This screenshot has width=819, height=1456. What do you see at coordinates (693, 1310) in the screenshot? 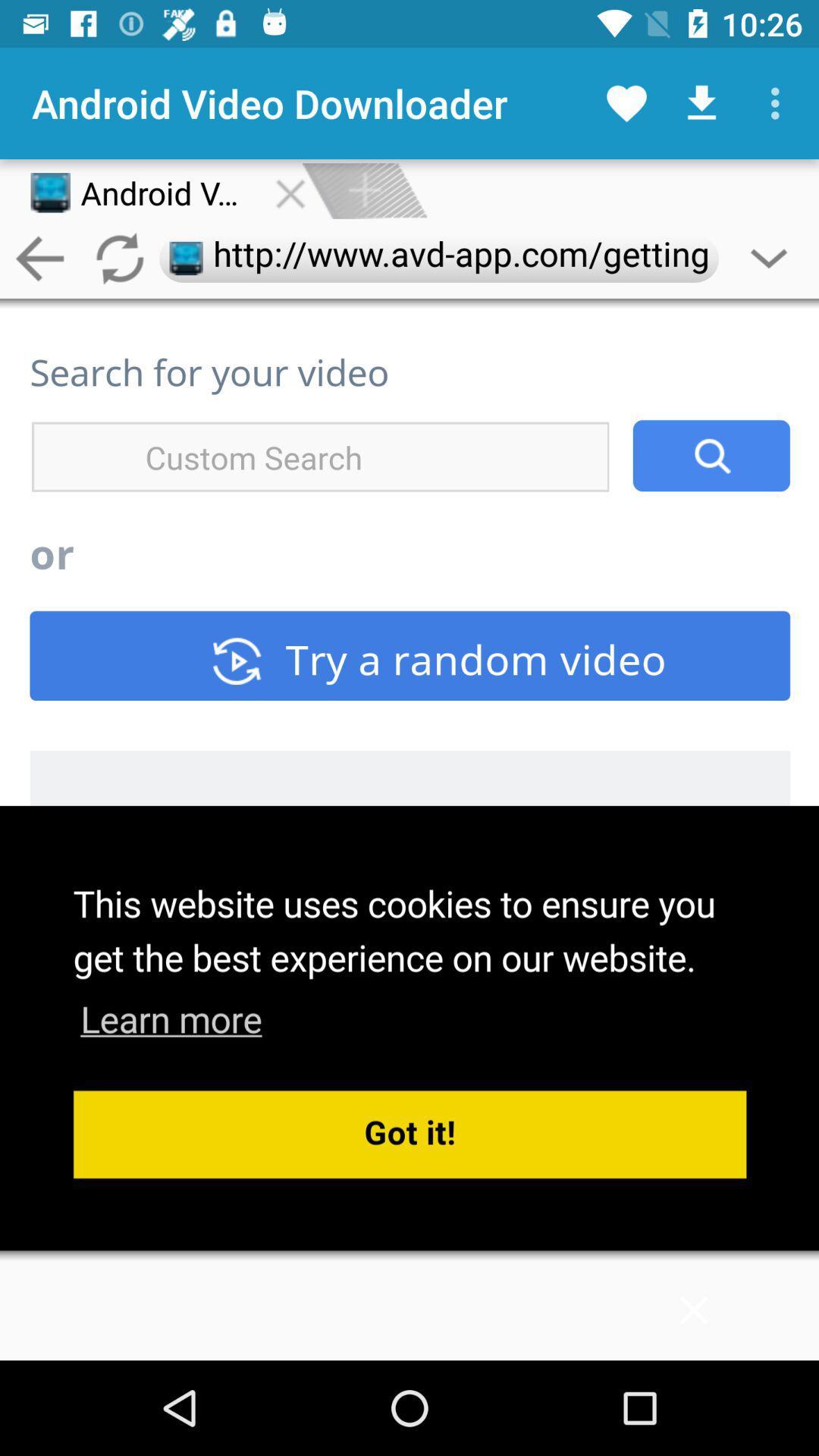
I see `the close icon` at bounding box center [693, 1310].